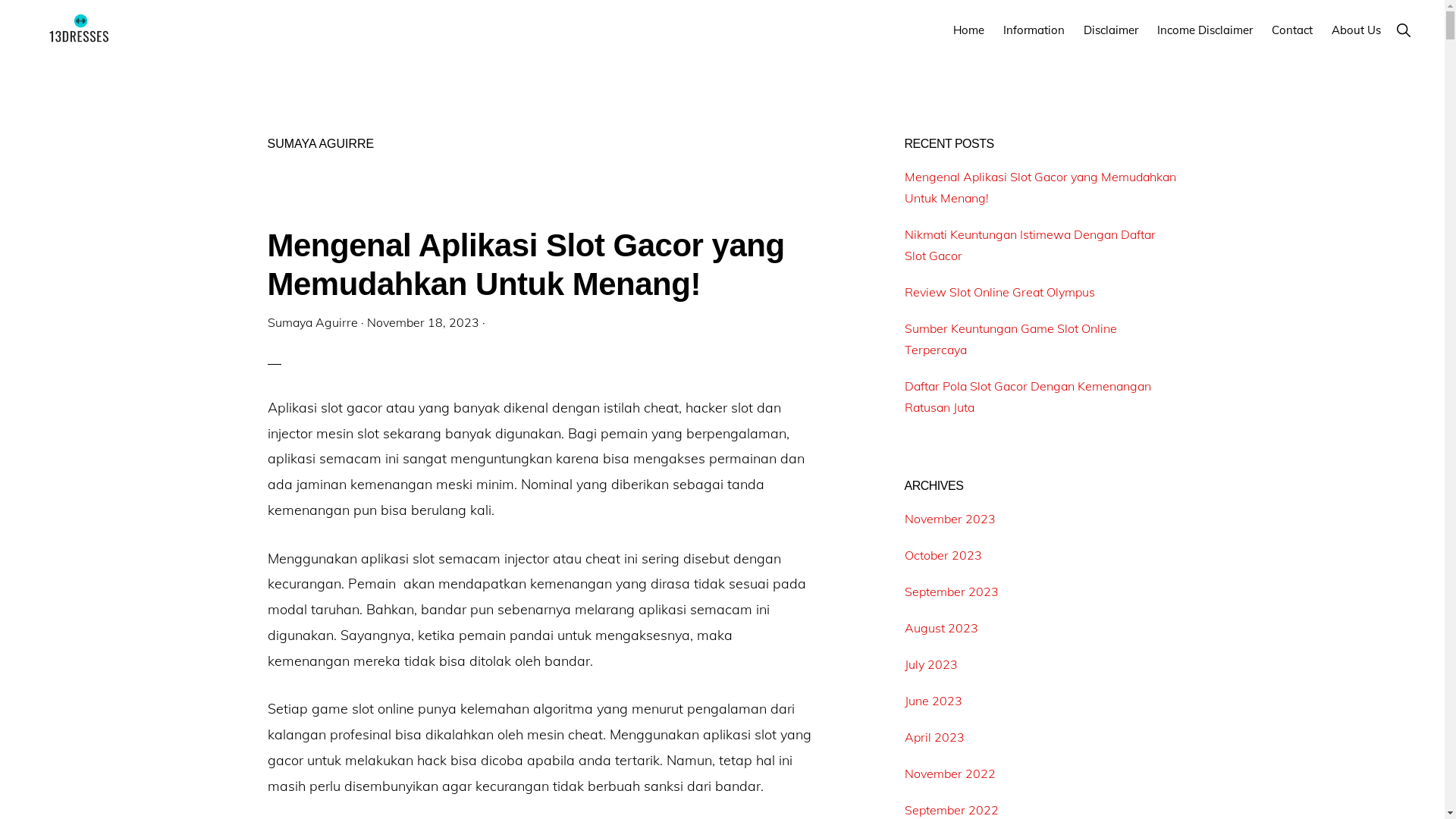 This screenshot has height=819, width=1456. Describe the element at coordinates (999, 292) in the screenshot. I see `'Review Slot Online Great Olympus'` at that location.